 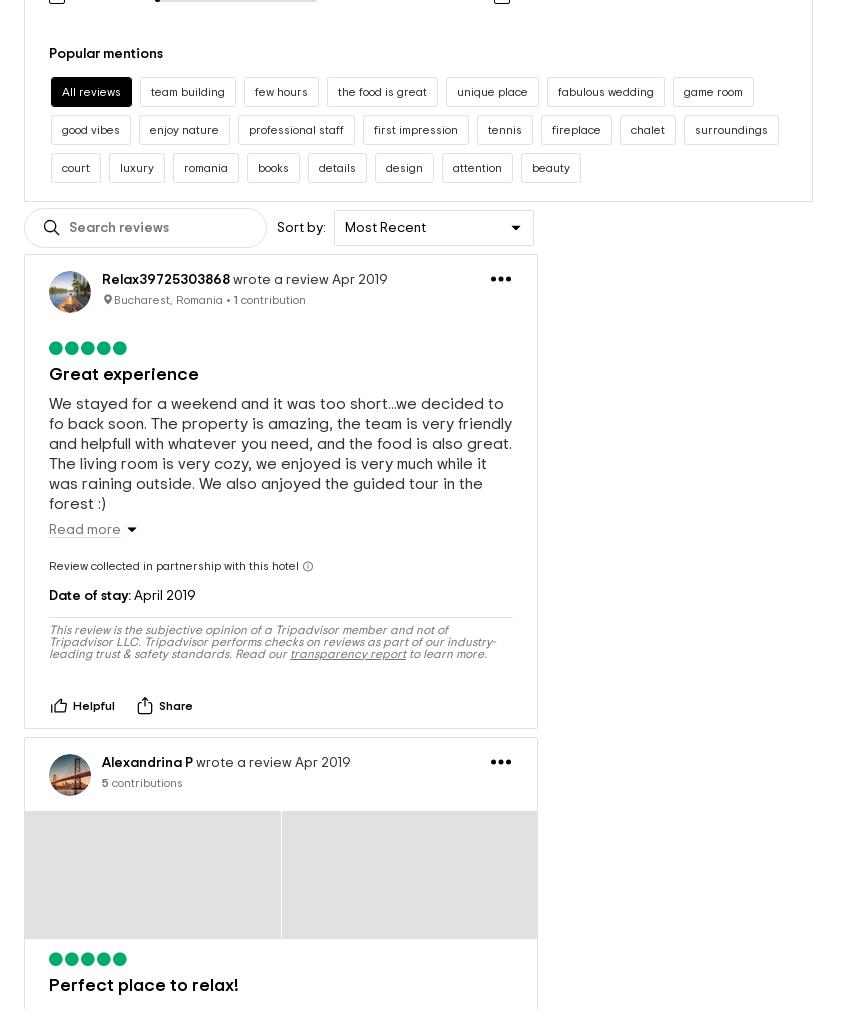 What do you see at coordinates (162, 575) in the screenshot?
I see `'April 2019'` at bounding box center [162, 575].